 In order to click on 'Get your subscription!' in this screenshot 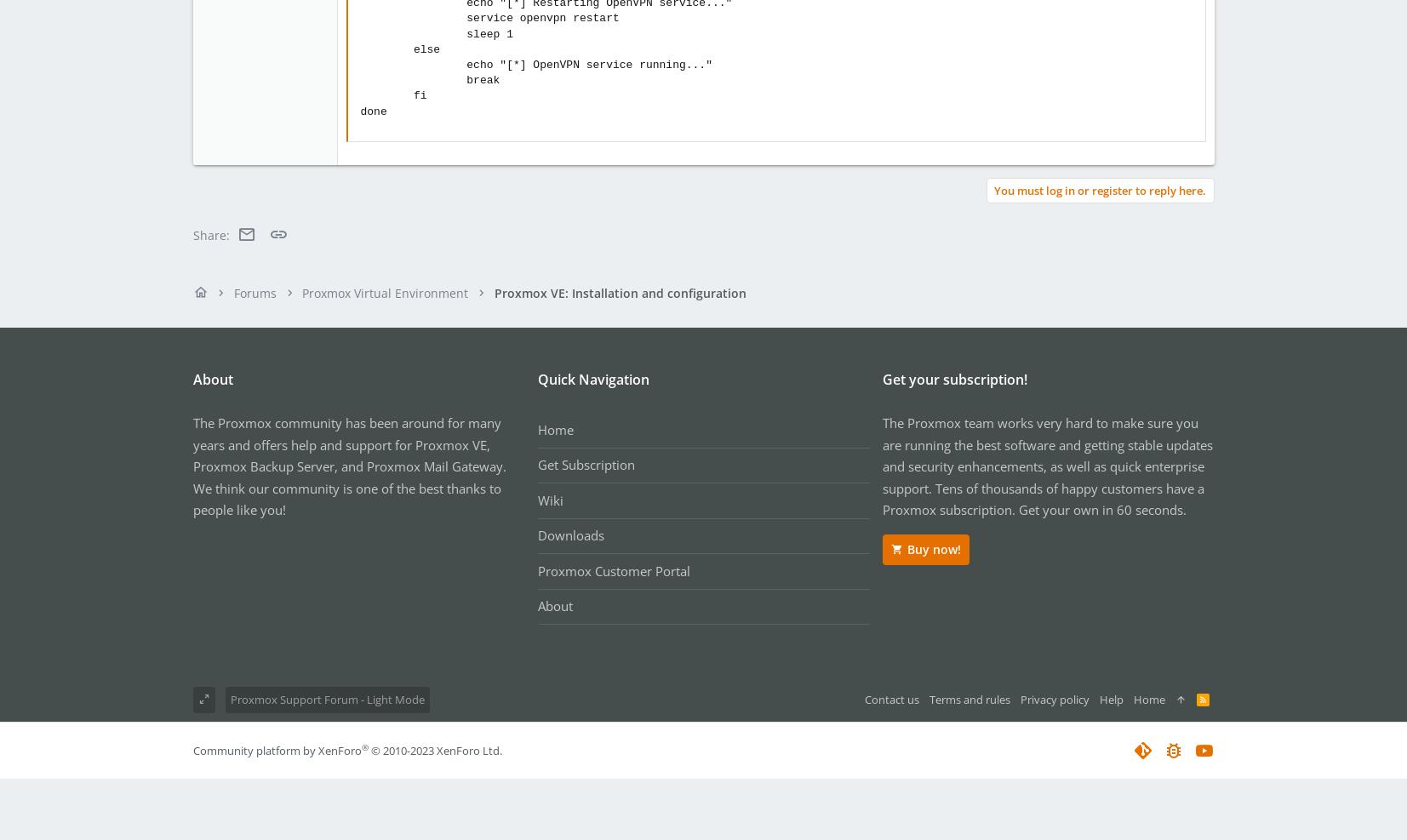, I will do `click(954, 379)`.